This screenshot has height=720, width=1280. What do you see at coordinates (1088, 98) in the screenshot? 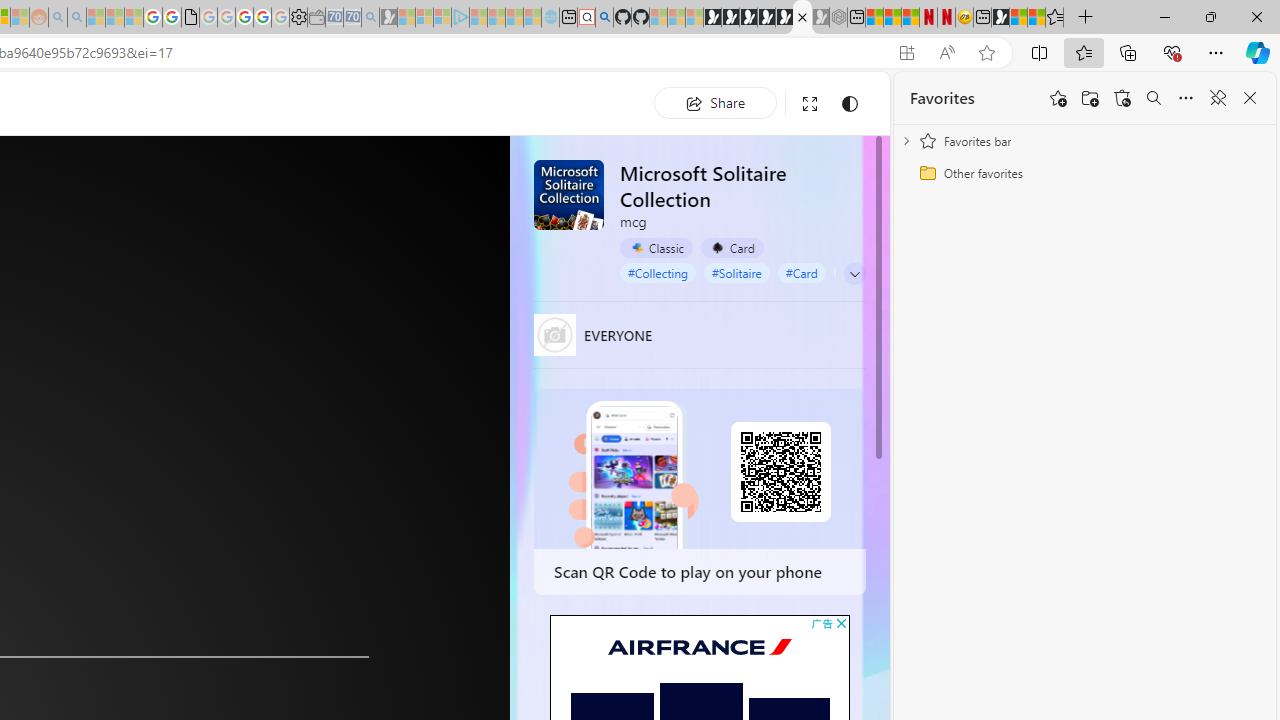
I see `'Add folder'` at bounding box center [1088, 98].